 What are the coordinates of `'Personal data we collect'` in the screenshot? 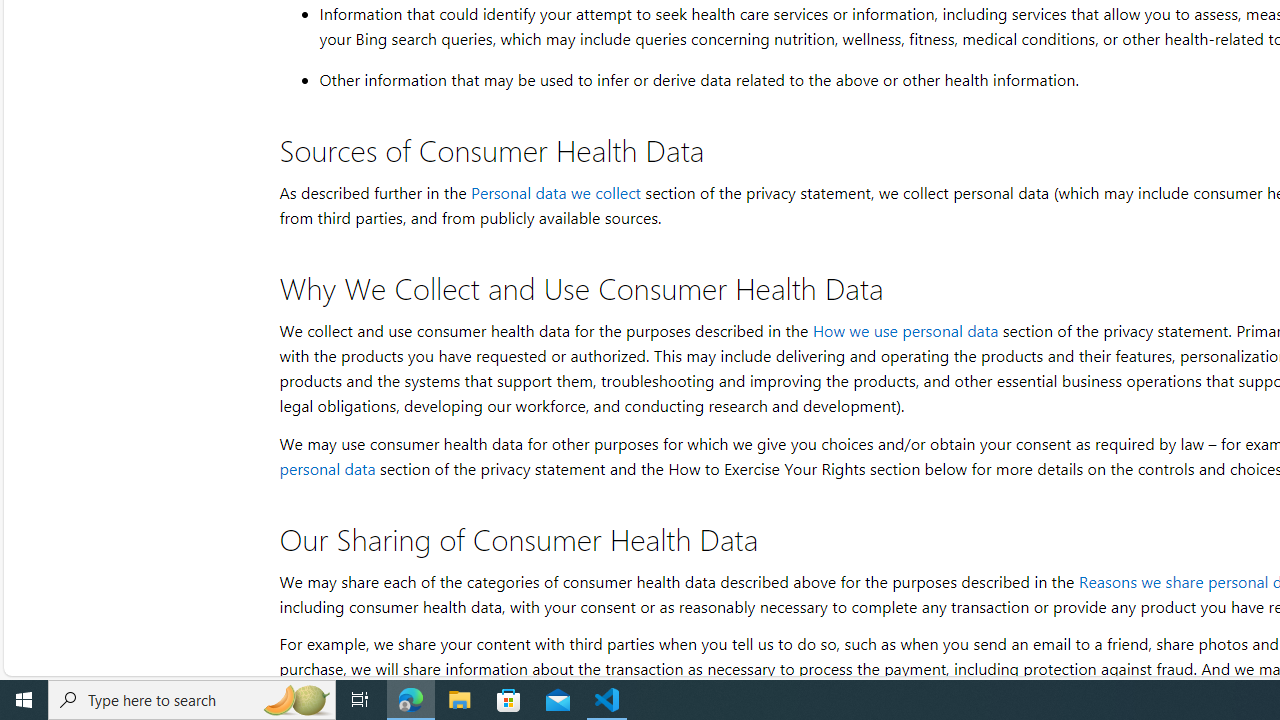 It's located at (555, 192).